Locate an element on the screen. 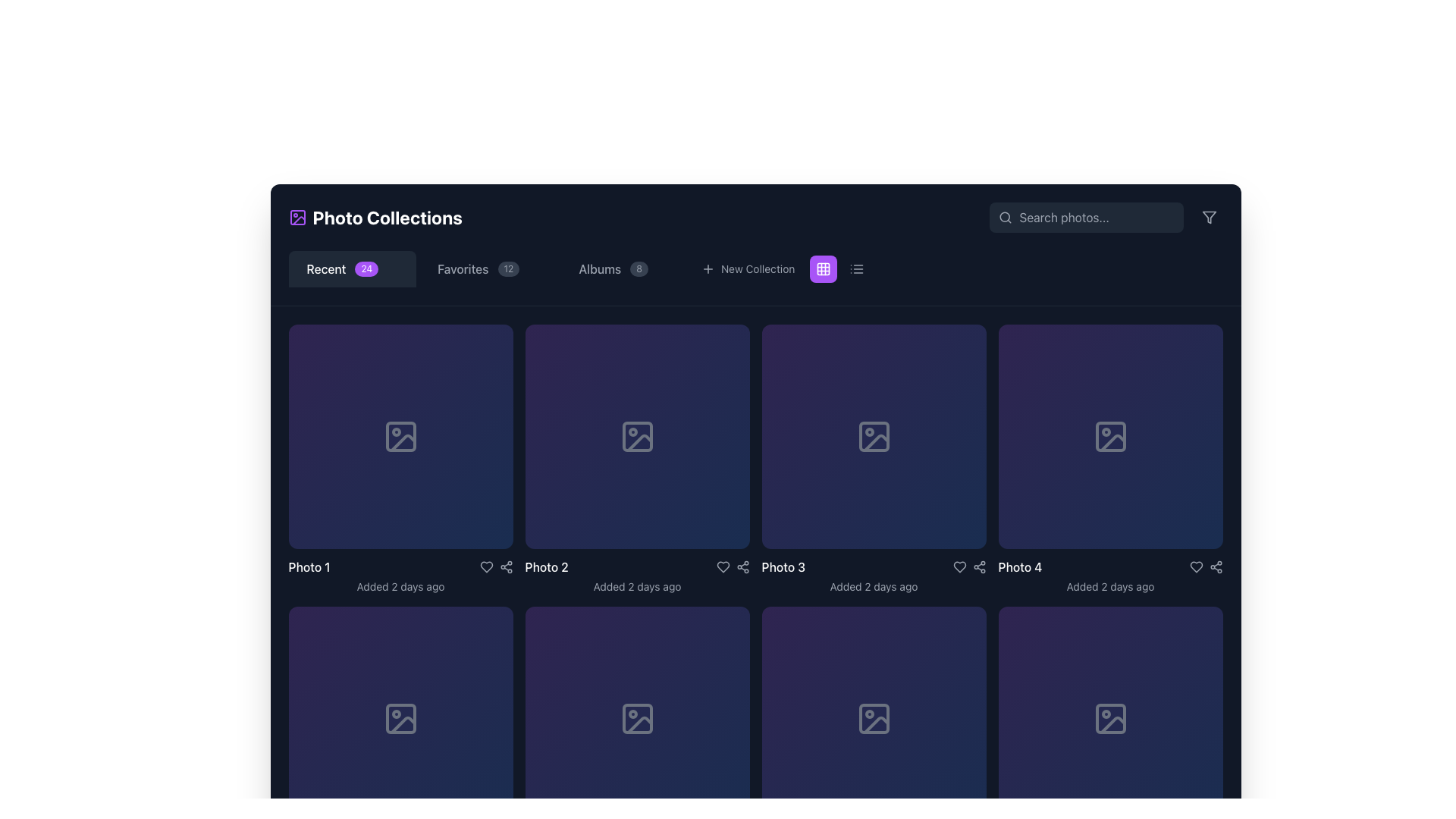  the 'Favorites' text label is located at coordinates (462, 268).